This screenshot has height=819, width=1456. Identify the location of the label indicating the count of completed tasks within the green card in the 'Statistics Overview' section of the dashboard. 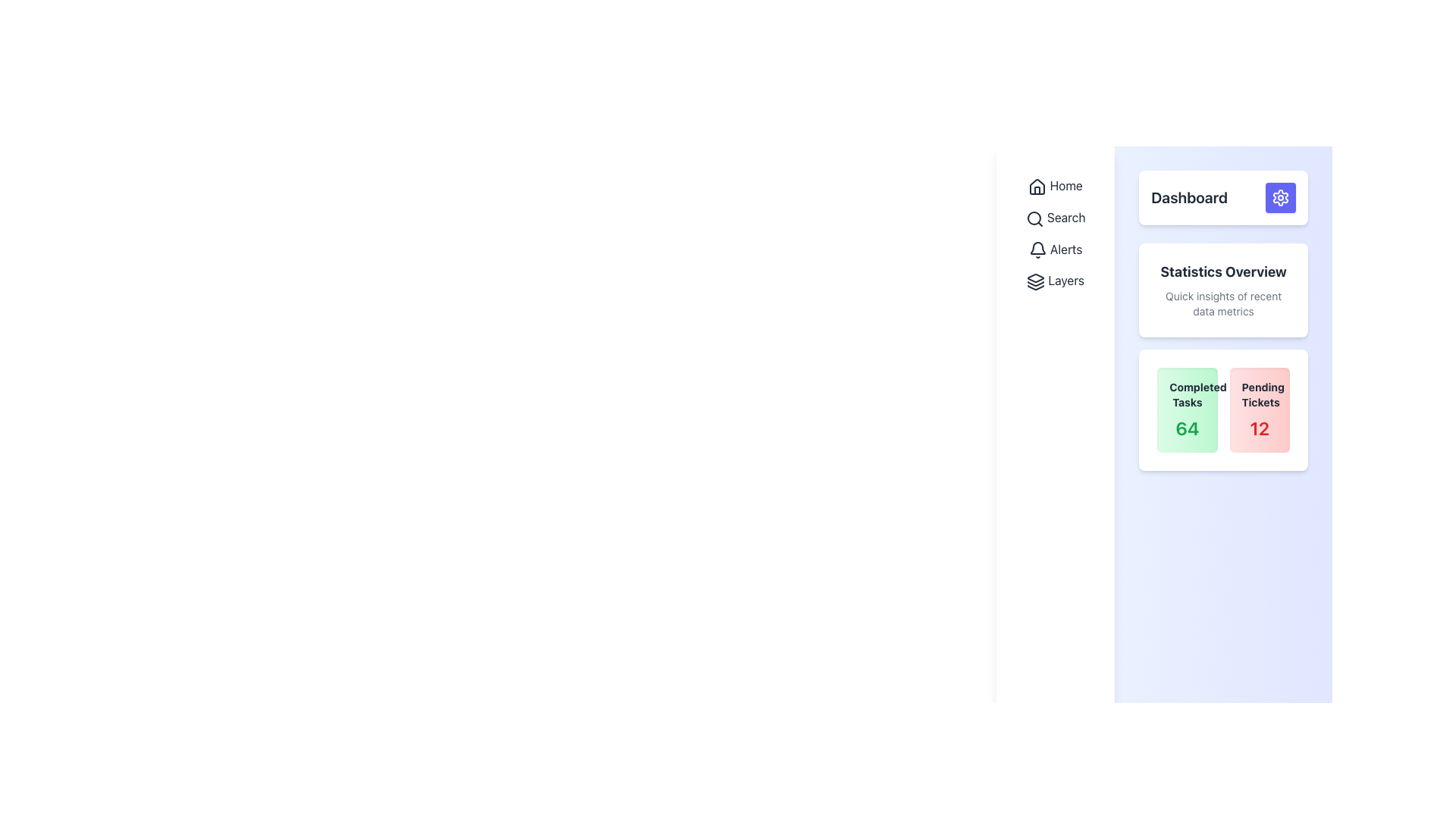
(1186, 394).